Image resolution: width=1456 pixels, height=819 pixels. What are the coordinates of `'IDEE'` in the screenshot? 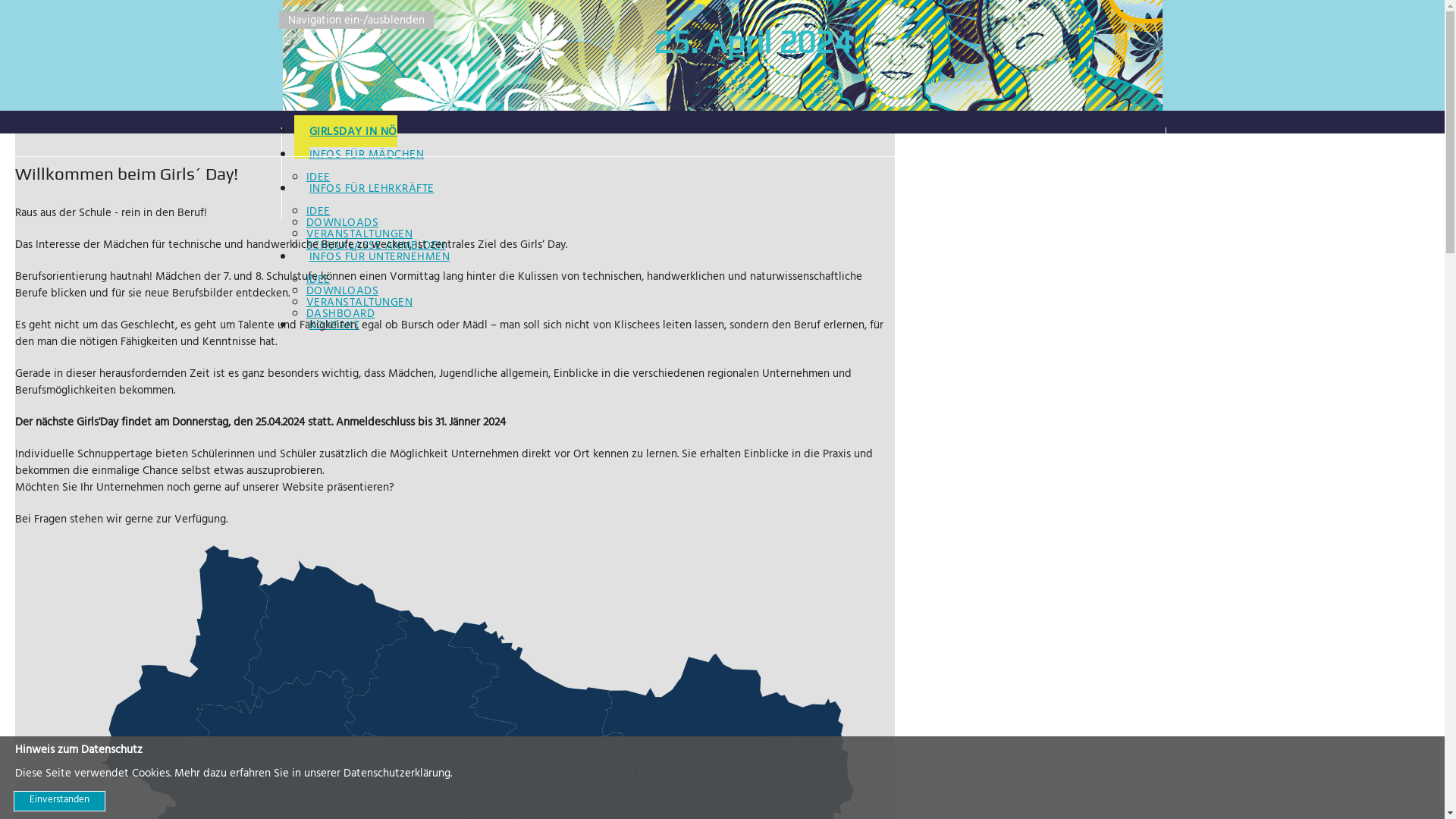 It's located at (318, 281).